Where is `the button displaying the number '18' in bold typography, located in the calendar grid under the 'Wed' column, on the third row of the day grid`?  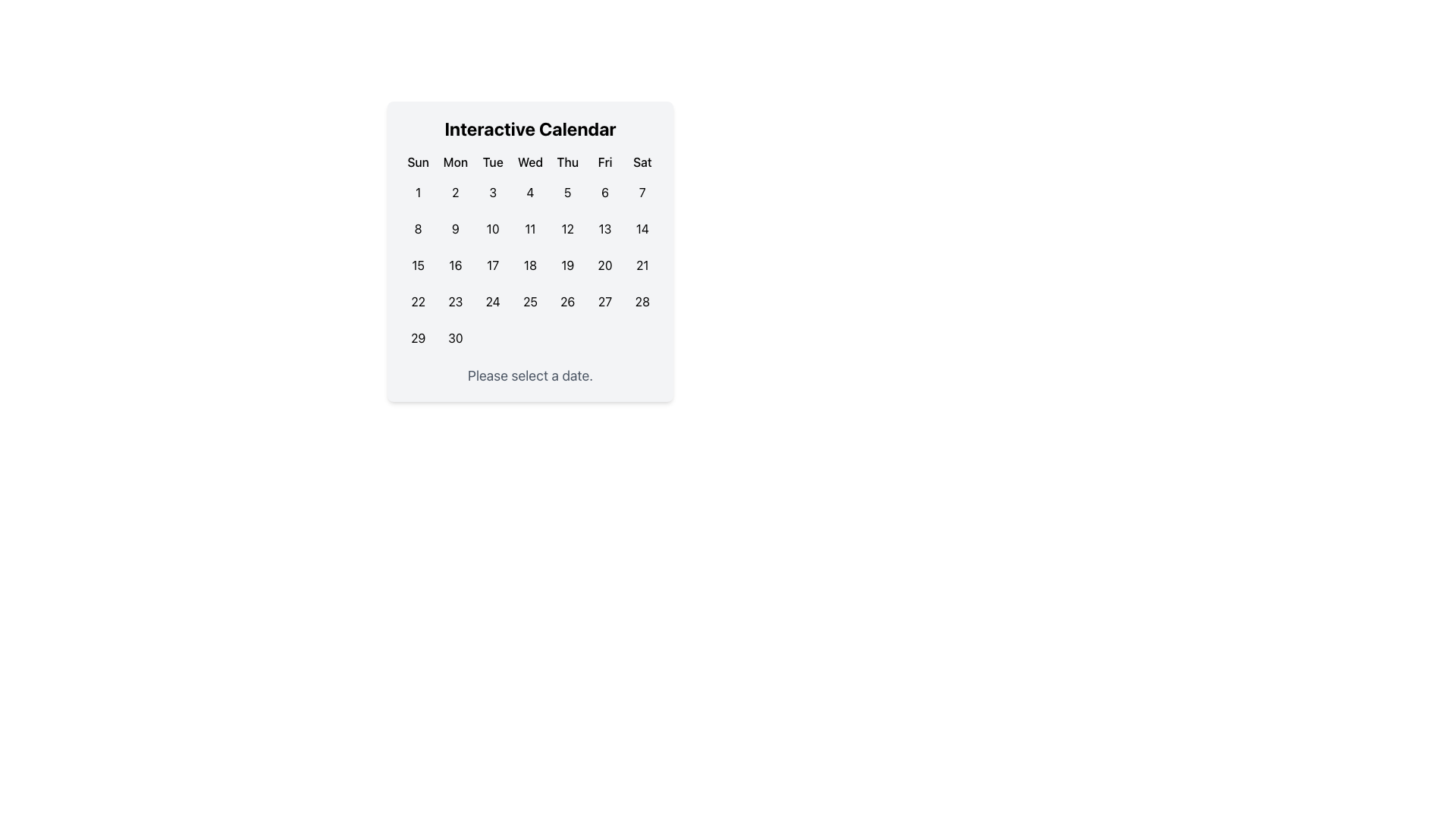
the button displaying the number '18' in bold typography, located in the calendar grid under the 'Wed' column, on the third row of the day grid is located at coordinates (530, 265).